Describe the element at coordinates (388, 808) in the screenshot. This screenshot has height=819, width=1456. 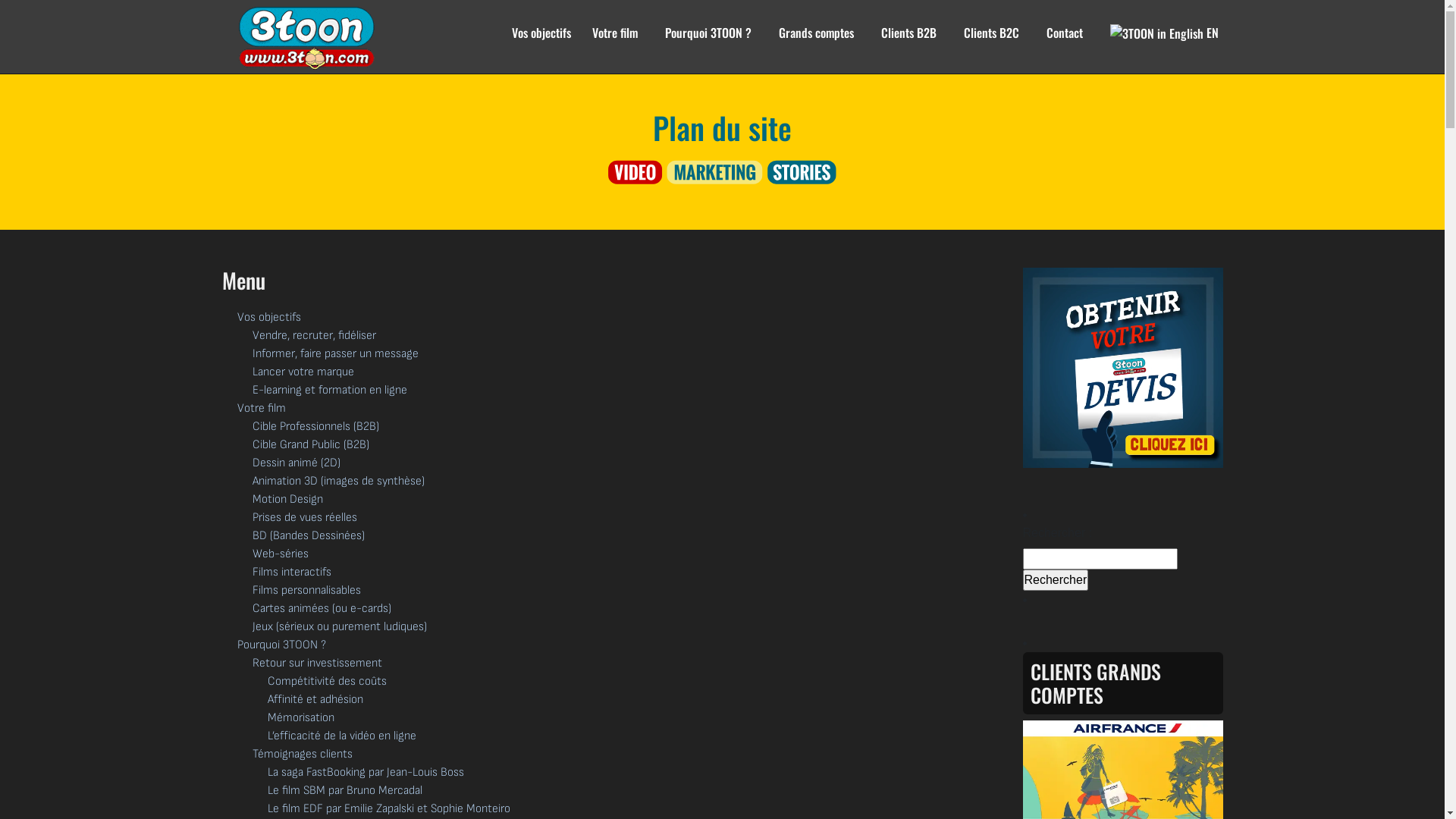
I see `'Le film EDF par Emilie Zapalski et Sophie Monteiro'` at that location.